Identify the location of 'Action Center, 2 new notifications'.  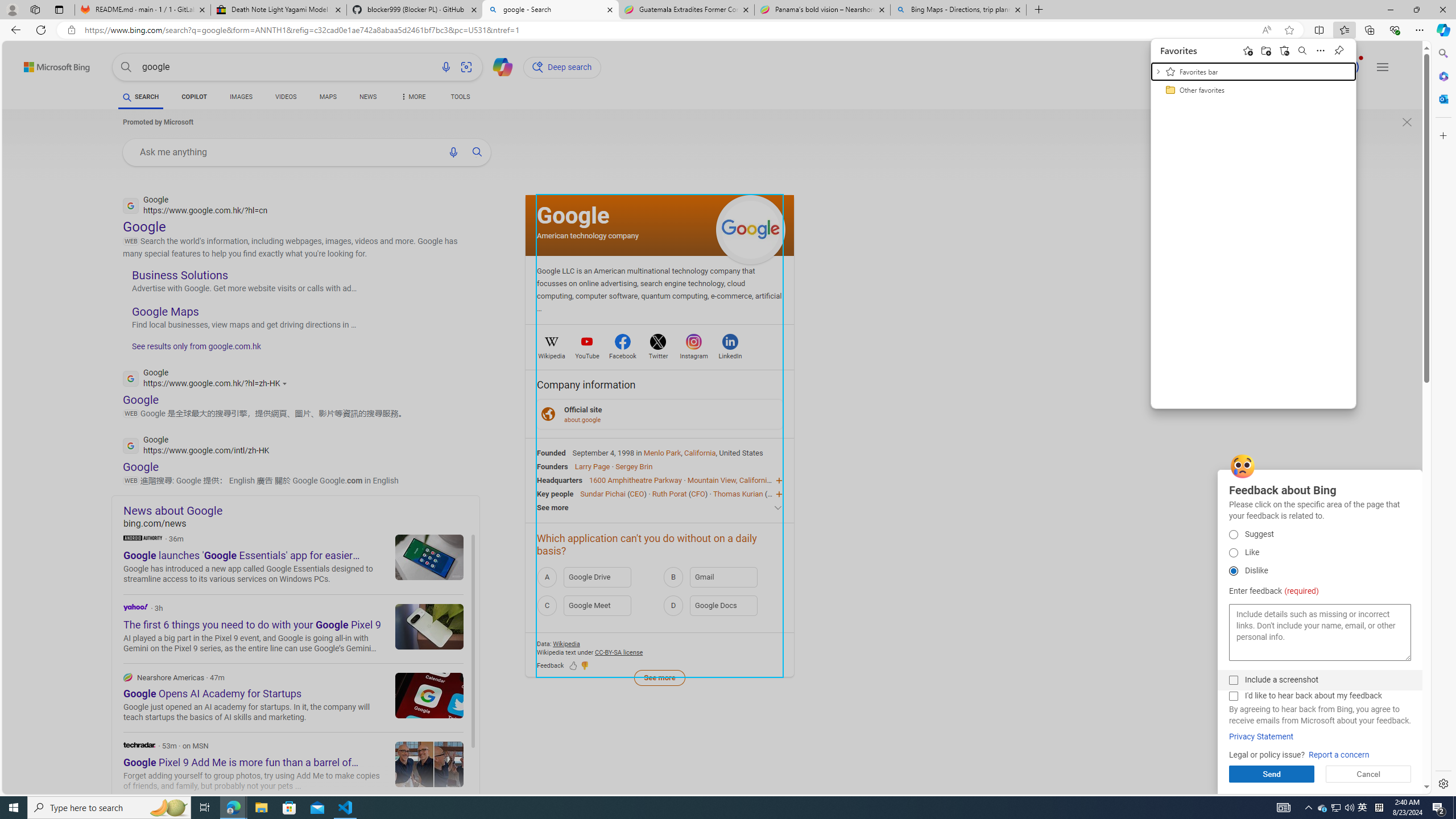
(1439, 806).